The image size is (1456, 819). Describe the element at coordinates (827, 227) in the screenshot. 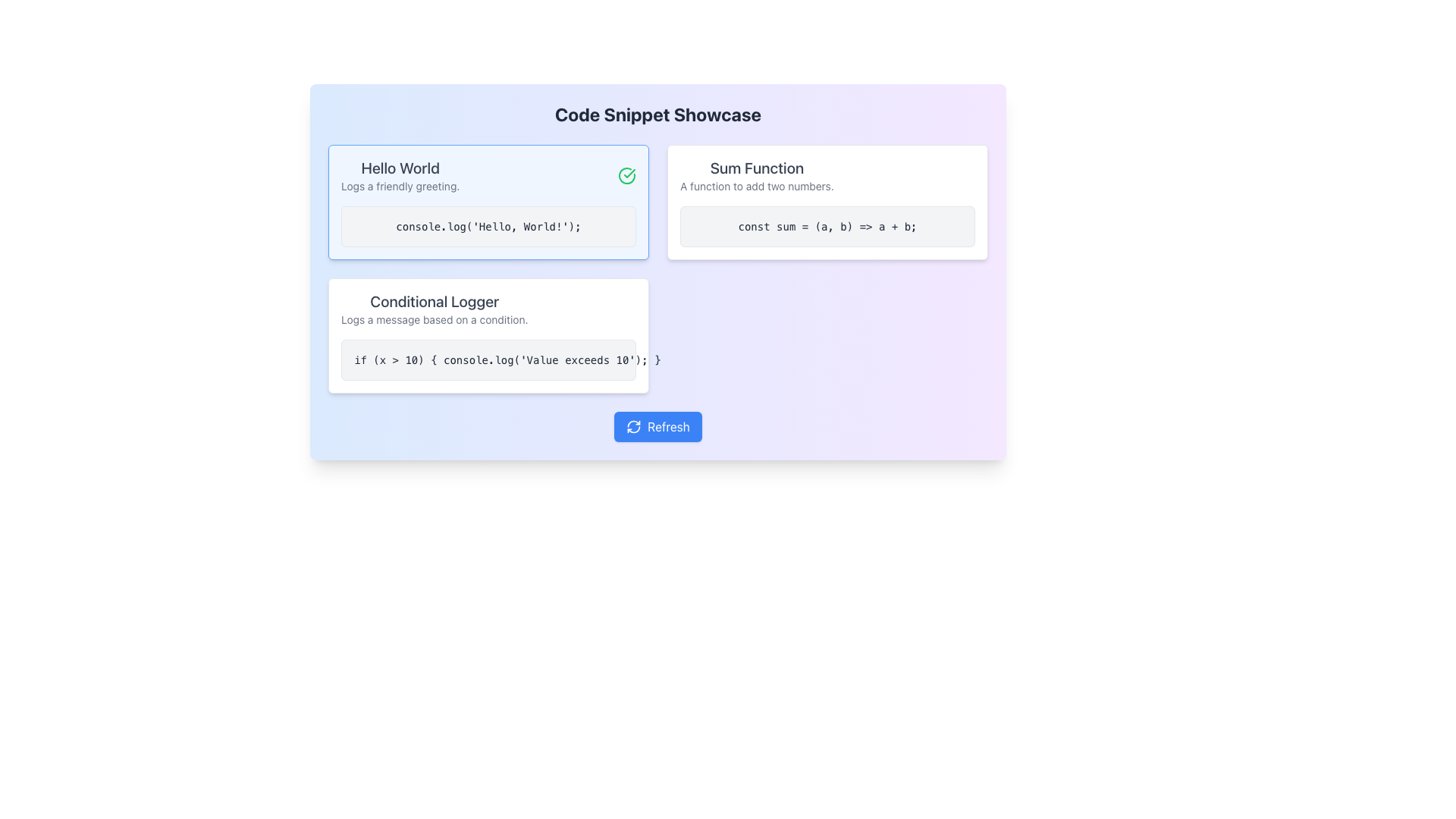

I see `code snippet contained in the light gray box within the 'Sum Function' card located on the top right of the interface` at that location.